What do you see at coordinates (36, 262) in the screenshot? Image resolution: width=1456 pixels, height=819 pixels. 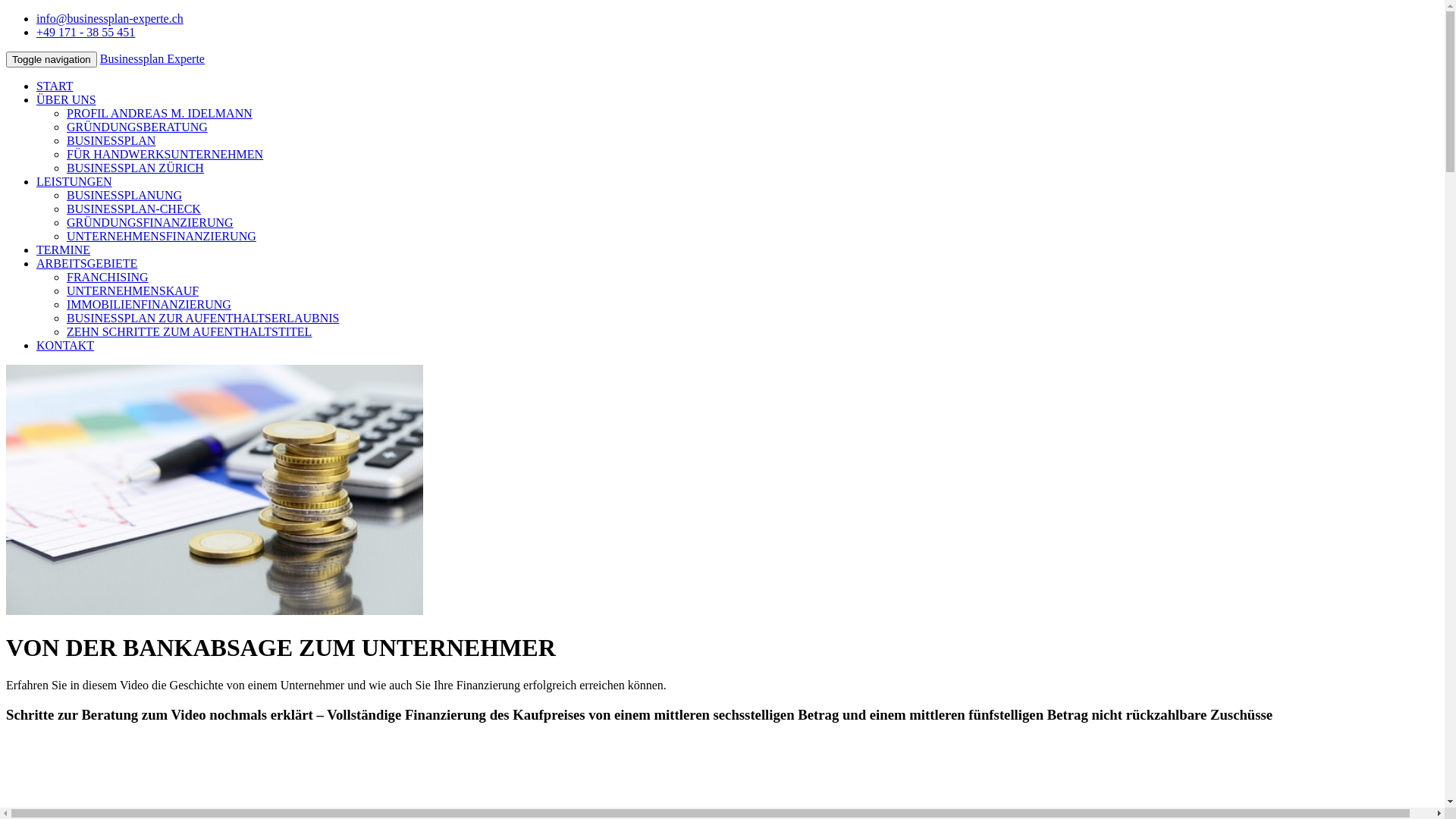 I see `'ARBEITSGEBIETE'` at bounding box center [36, 262].